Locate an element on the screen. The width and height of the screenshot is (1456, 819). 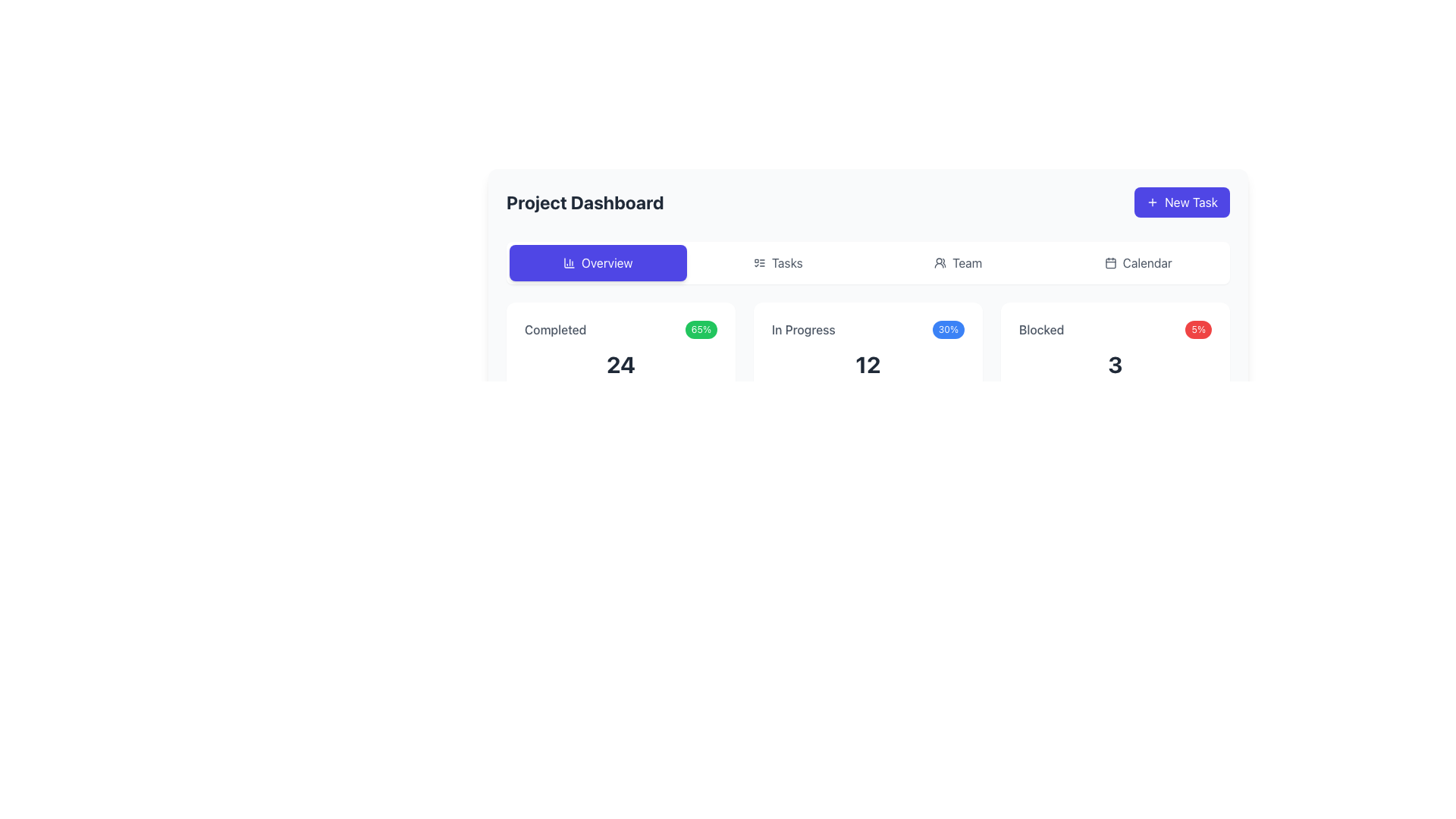
the progress indicator element displaying 'In Progress' and '30%' located at the top of the card section is located at coordinates (868, 329).